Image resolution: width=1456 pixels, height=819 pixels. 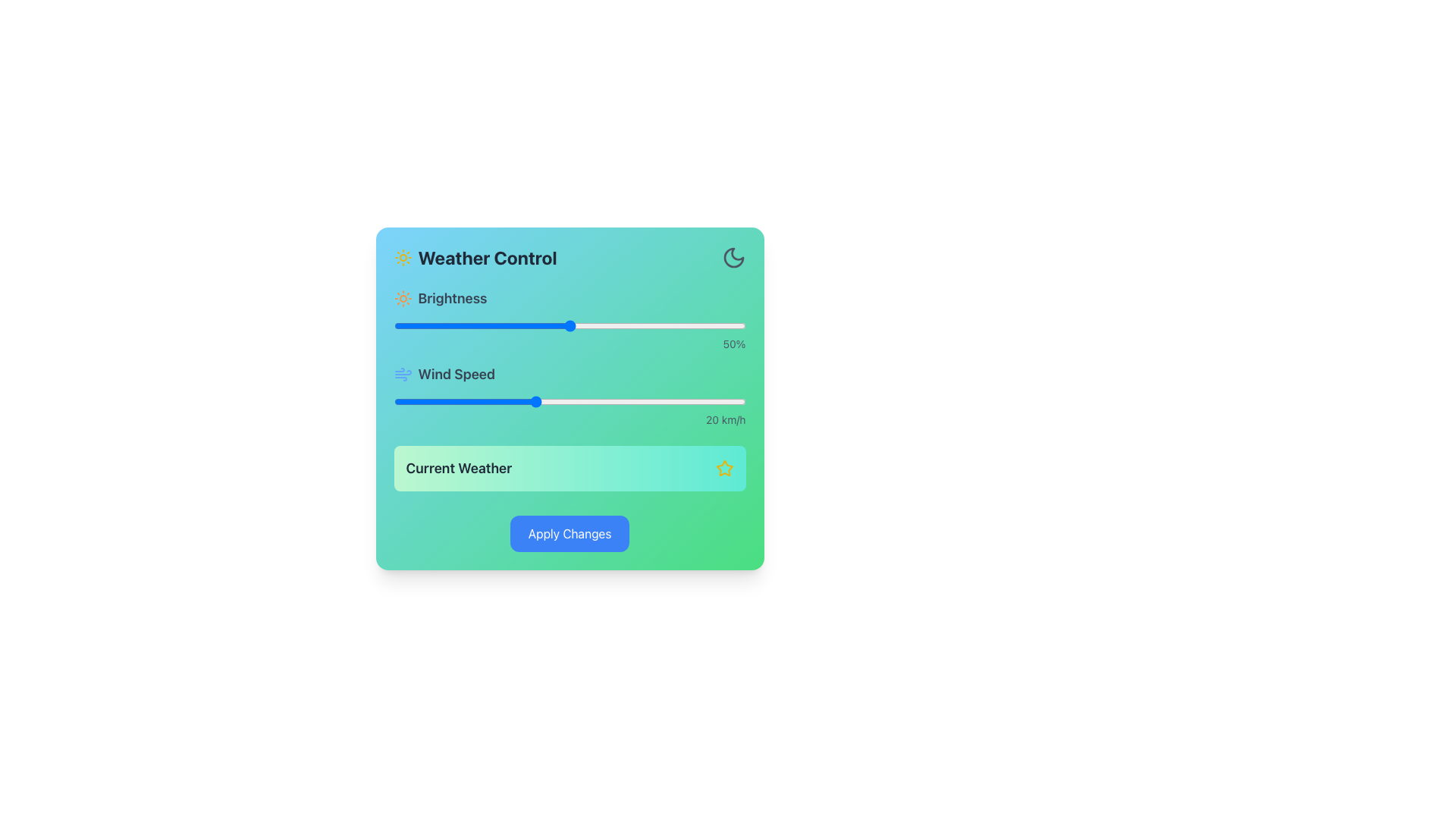 What do you see at coordinates (569, 400) in the screenshot?
I see `the blue thumb of the horizontal slider labeled 'Wind Speed'` at bounding box center [569, 400].